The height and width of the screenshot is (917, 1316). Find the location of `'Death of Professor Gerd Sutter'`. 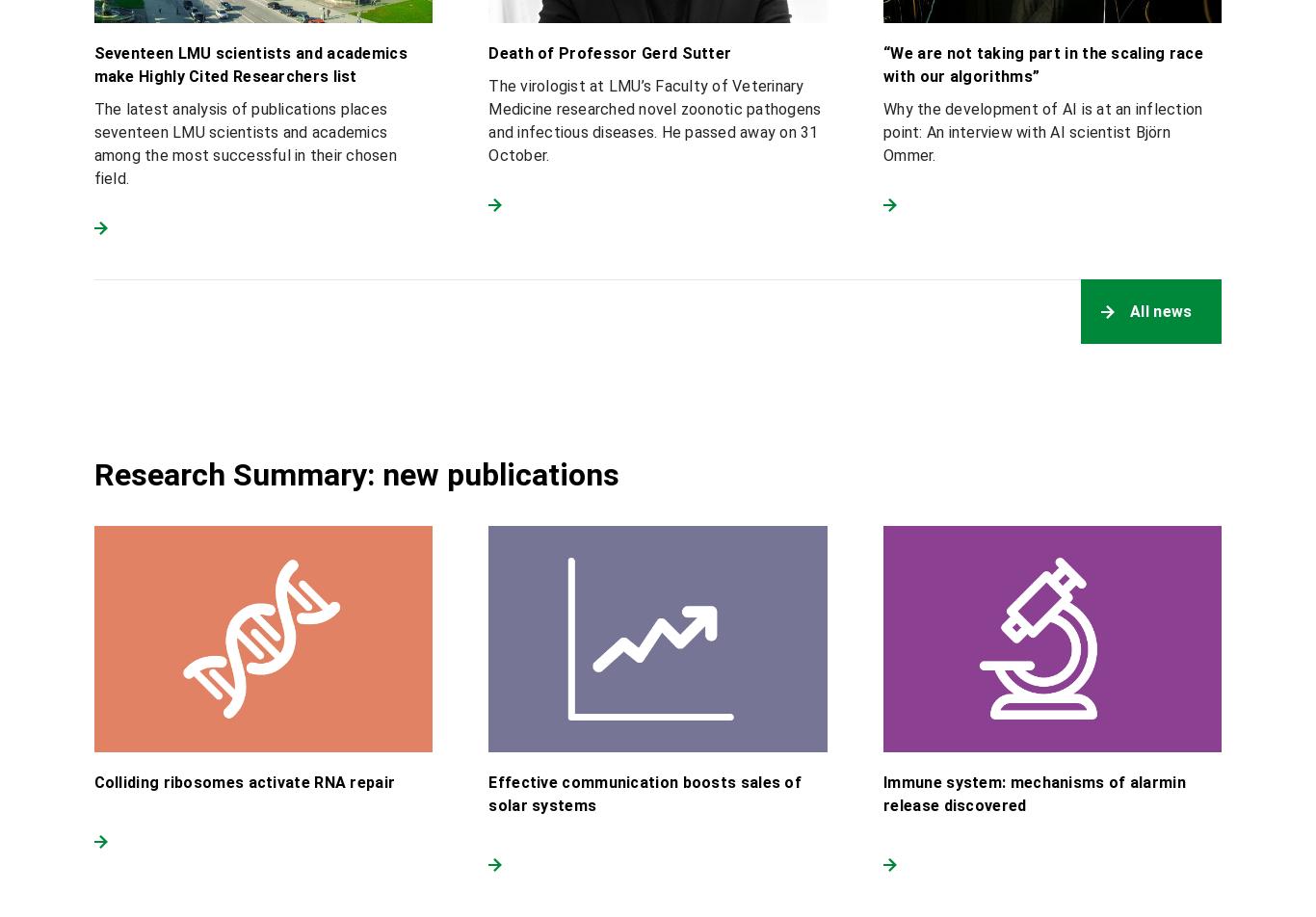

'Death of Professor Gerd Sutter' is located at coordinates (609, 52).